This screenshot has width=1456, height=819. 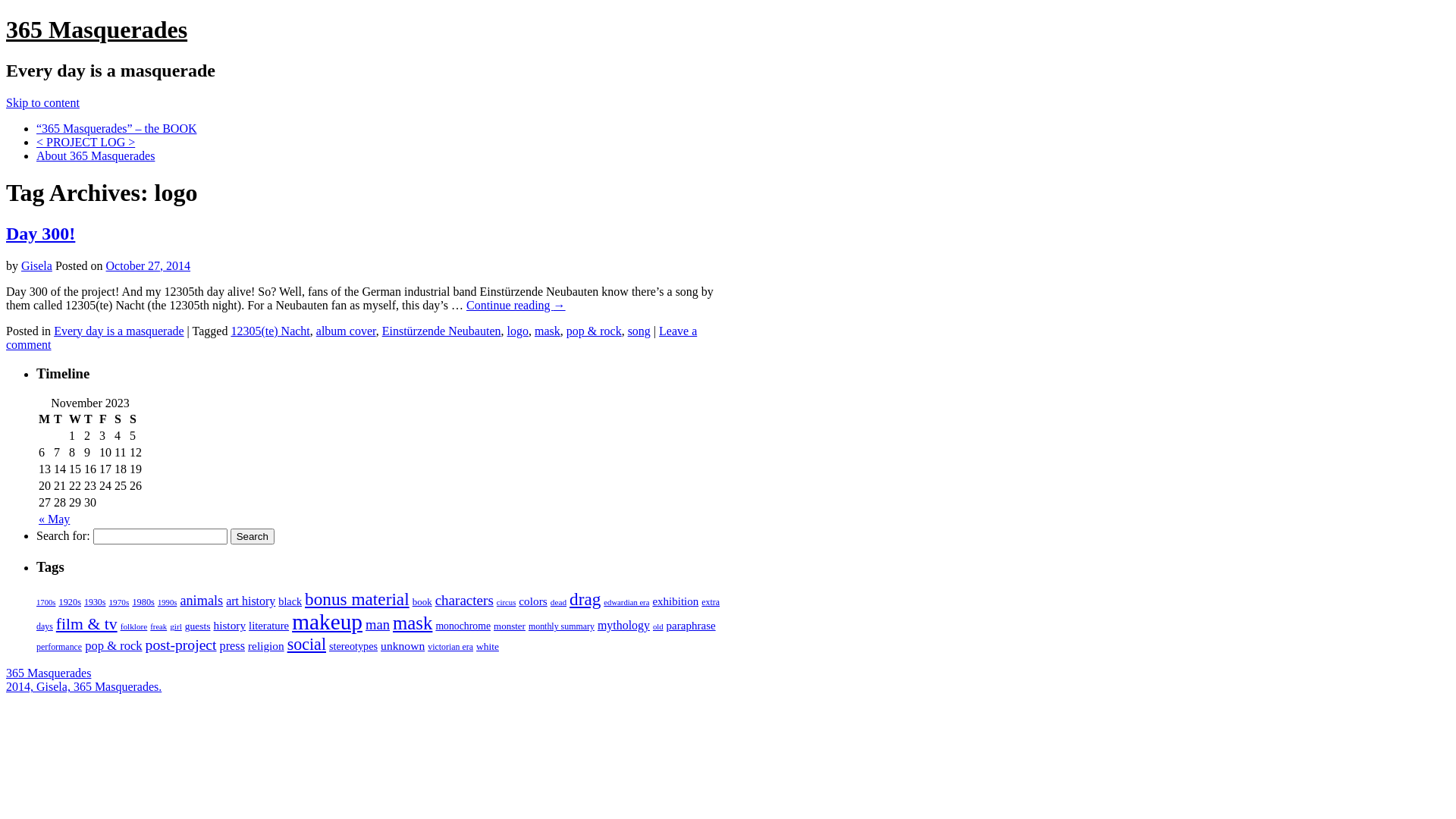 I want to click on 'logo', so click(x=517, y=330).